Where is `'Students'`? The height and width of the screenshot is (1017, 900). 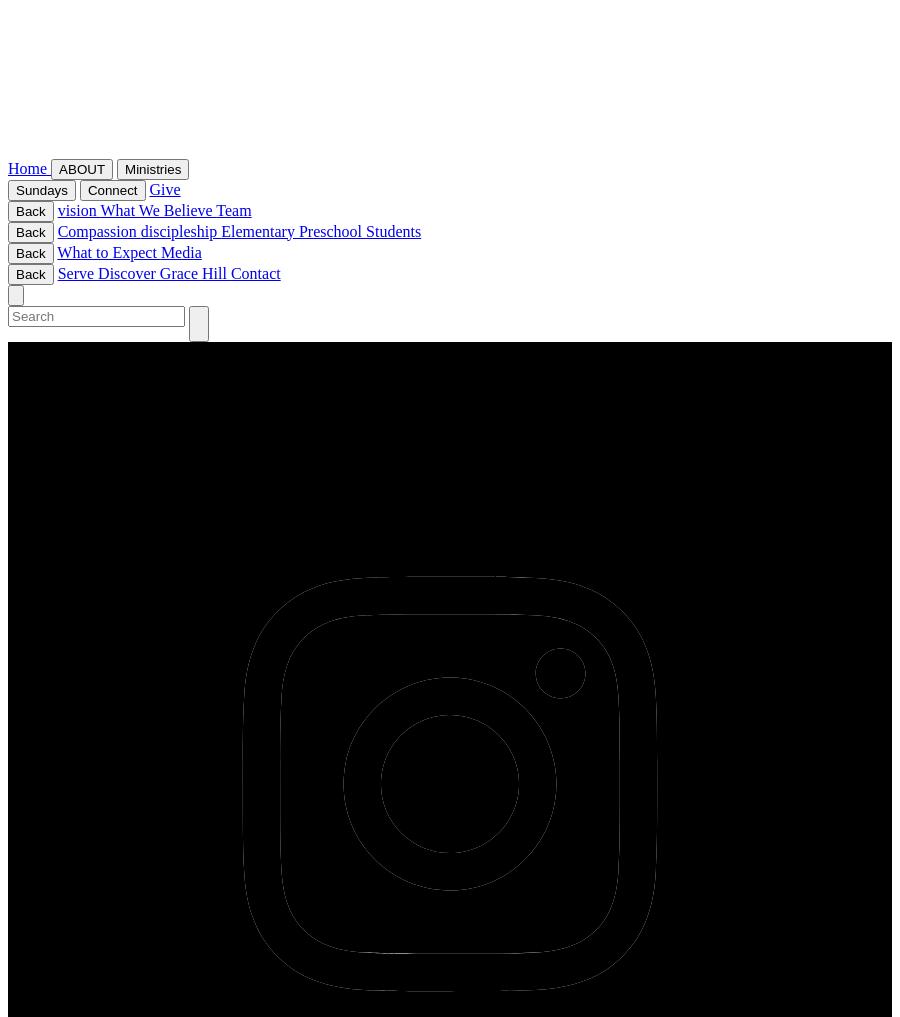
'Students' is located at coordinates (393, 229).